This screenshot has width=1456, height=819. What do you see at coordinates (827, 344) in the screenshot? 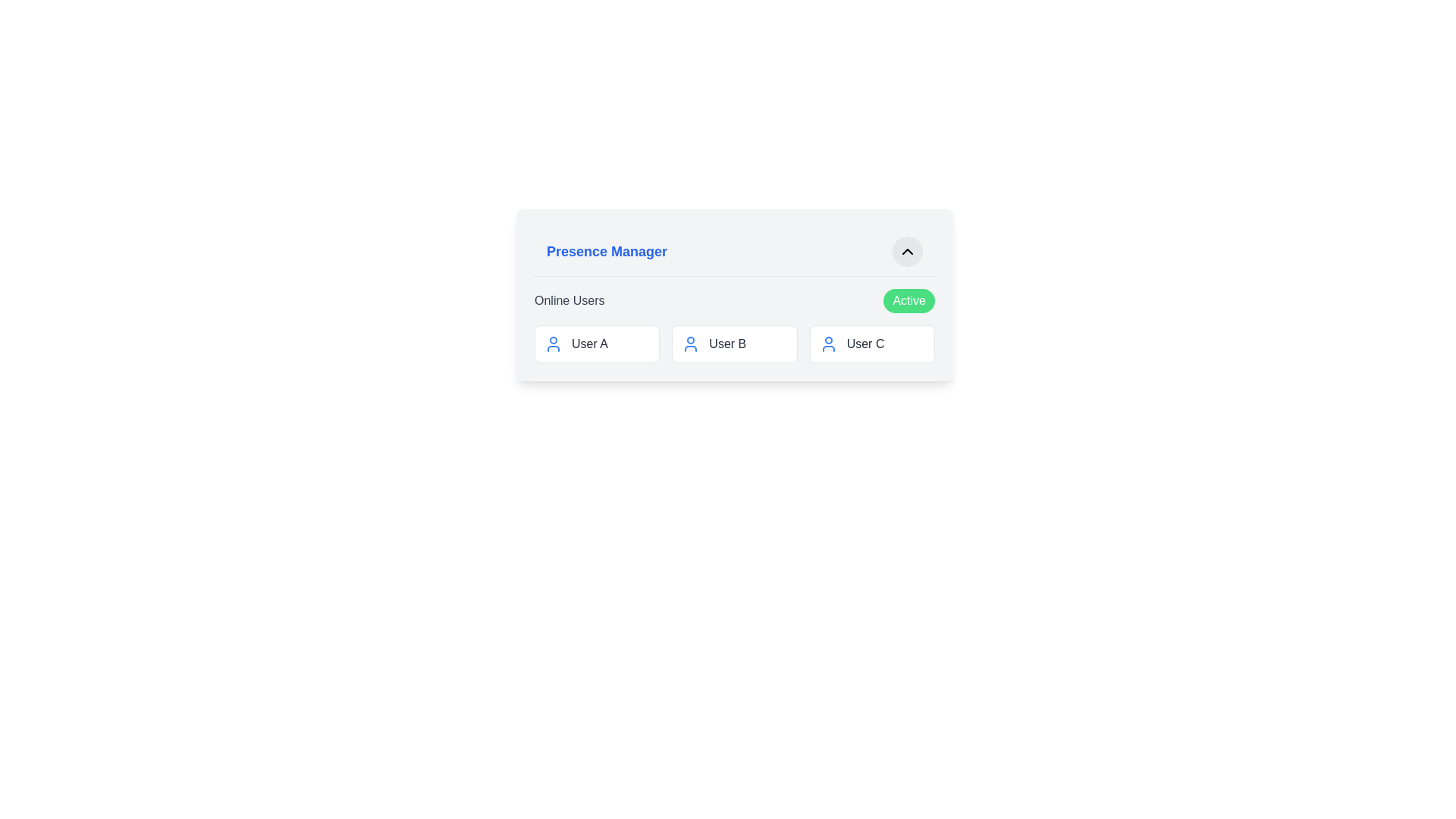
I see `the user icon representing 'User C' in the third card of the 'Online Users' section` at bounding box center [827, 344].